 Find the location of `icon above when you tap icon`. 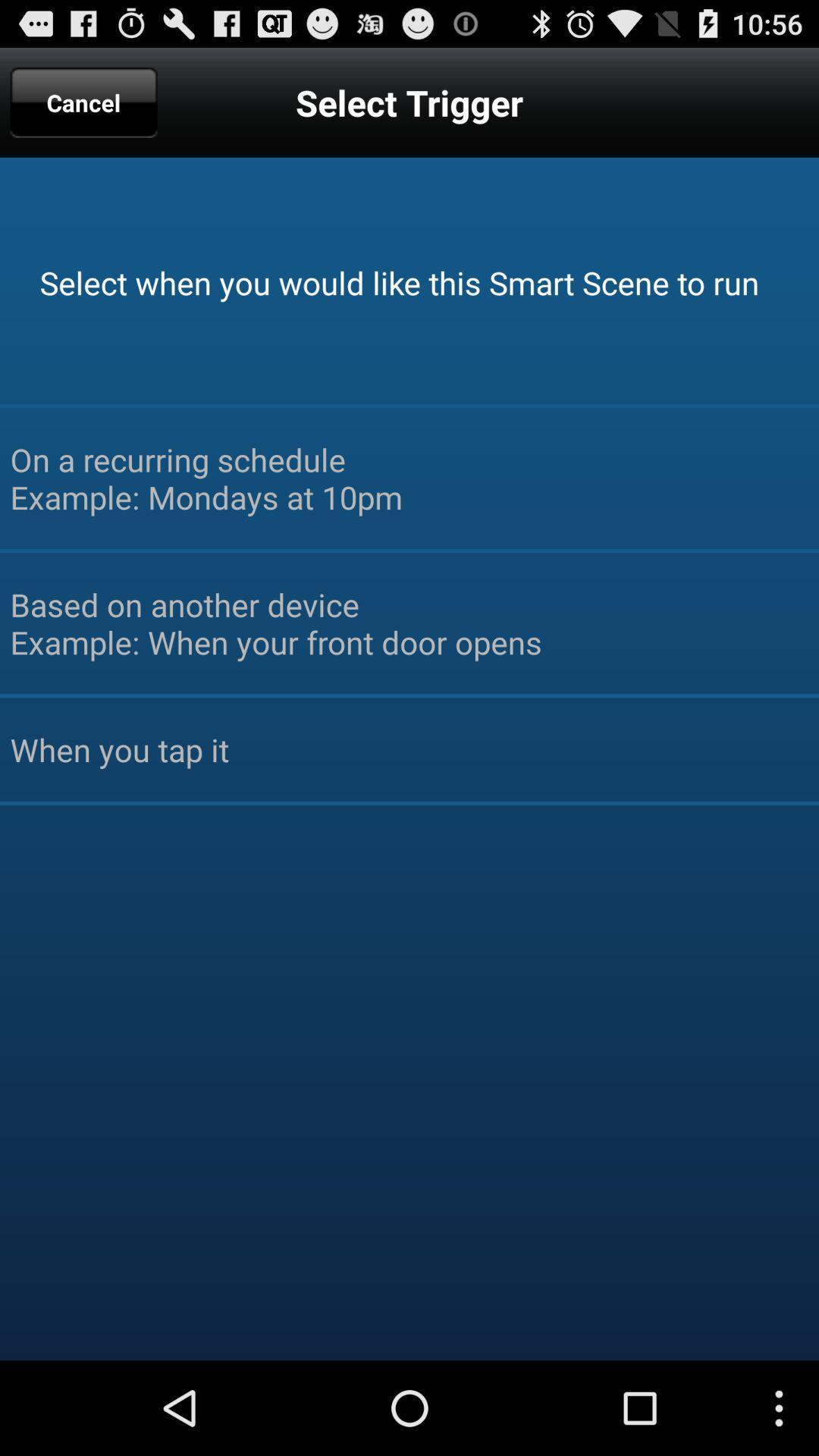

icon above when you tap icon is located at coordinates (409, 623).